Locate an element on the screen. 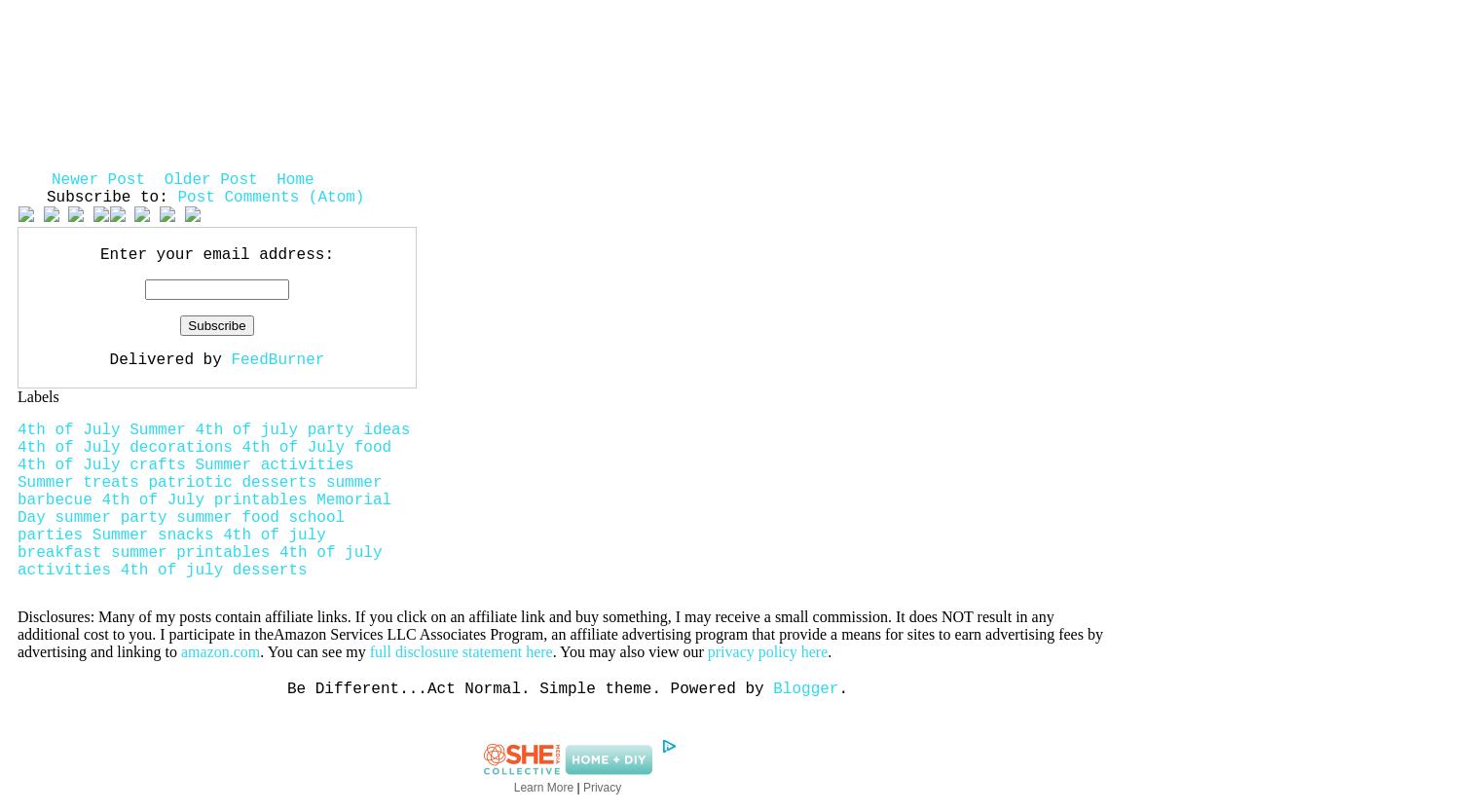 This screenshot has height=812, width=1478. 'summer food' is located at coordinates (227, 517).